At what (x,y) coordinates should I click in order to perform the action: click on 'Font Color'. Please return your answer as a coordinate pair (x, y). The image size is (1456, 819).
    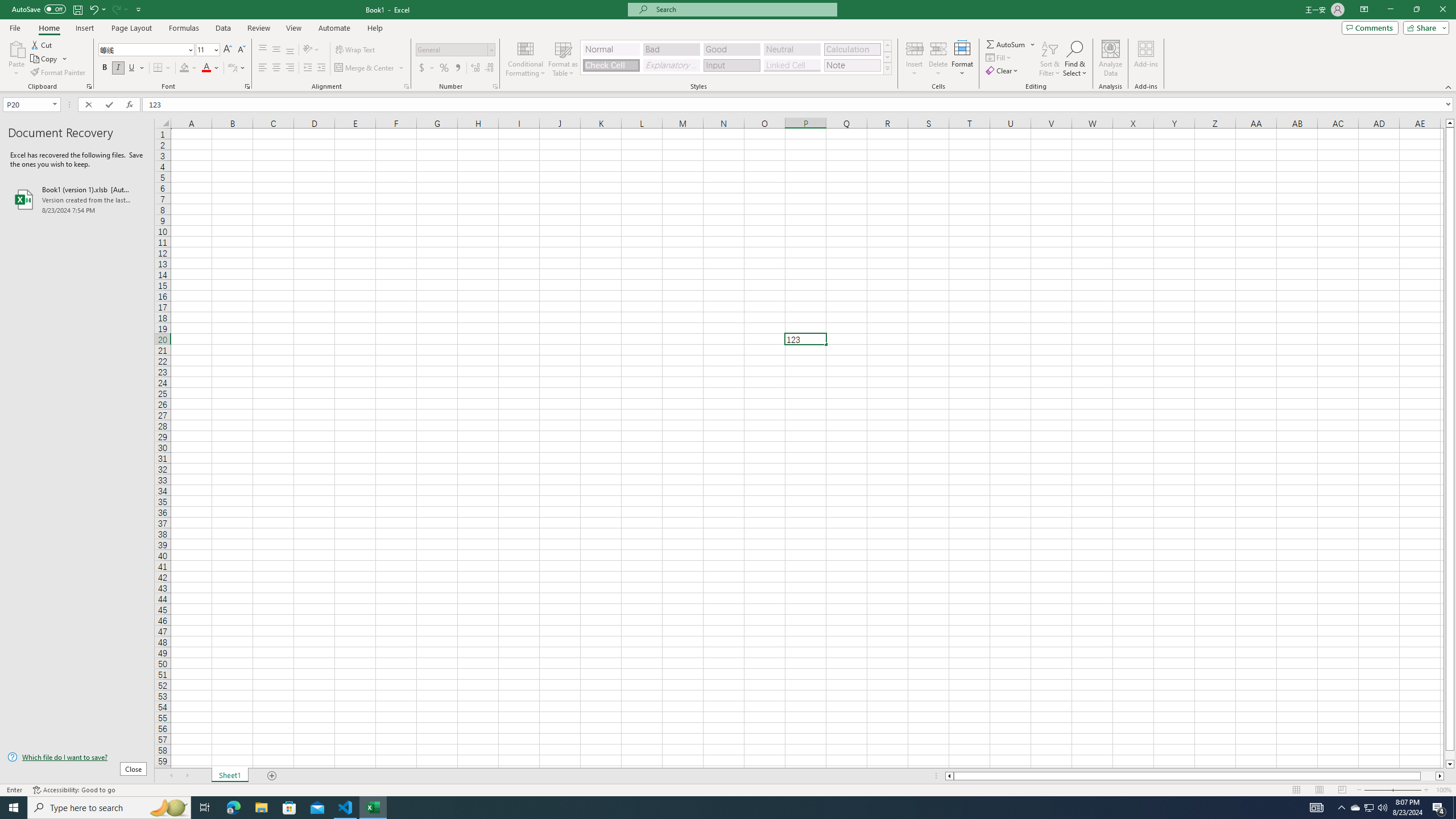
    Looking at the image, I should click on (210, 67).